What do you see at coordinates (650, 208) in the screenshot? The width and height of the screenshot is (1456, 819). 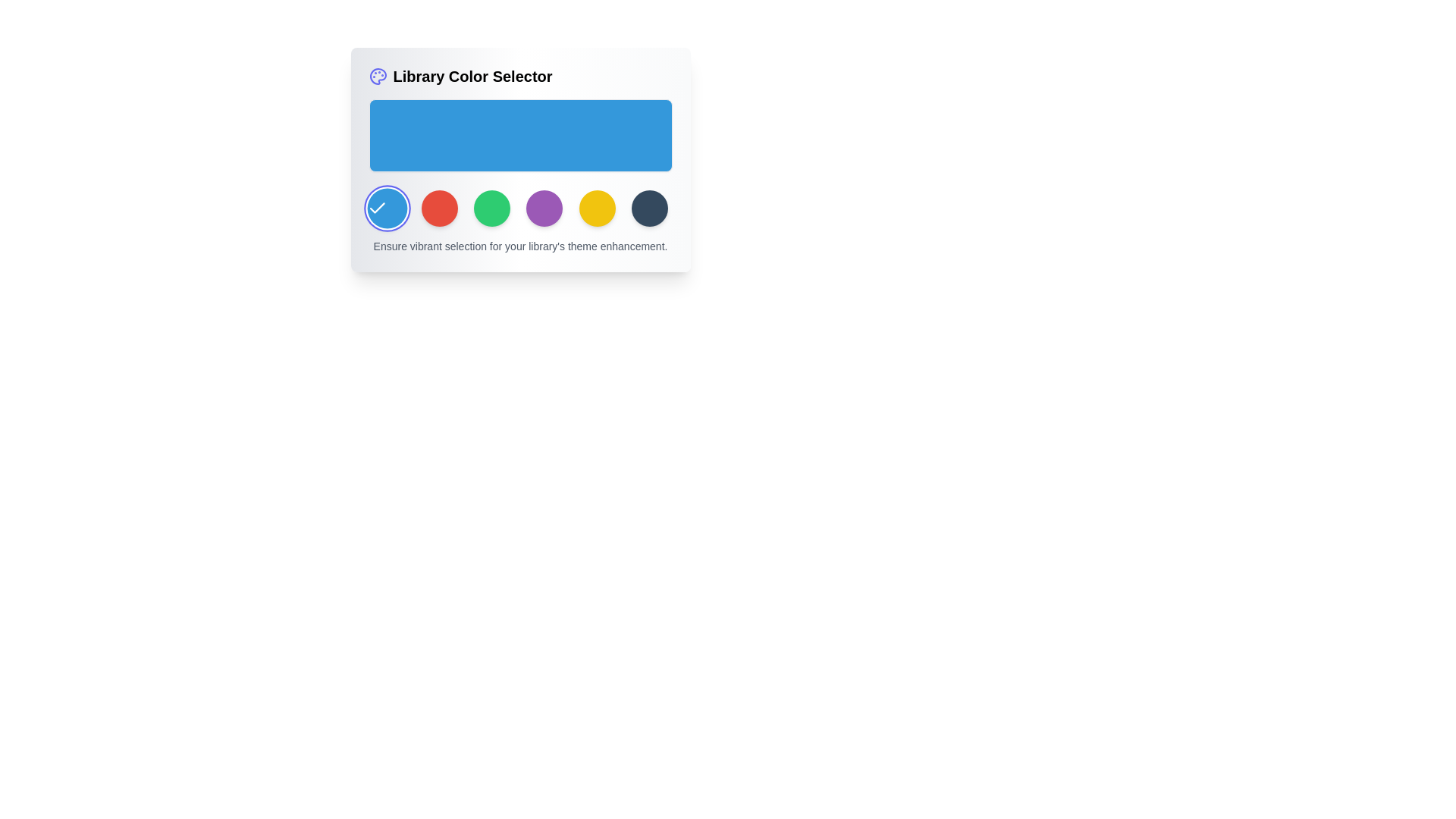 I see `the circular button with a dark blue background located at the far right of a grid of six buttons` at bounding box center [650, 208].